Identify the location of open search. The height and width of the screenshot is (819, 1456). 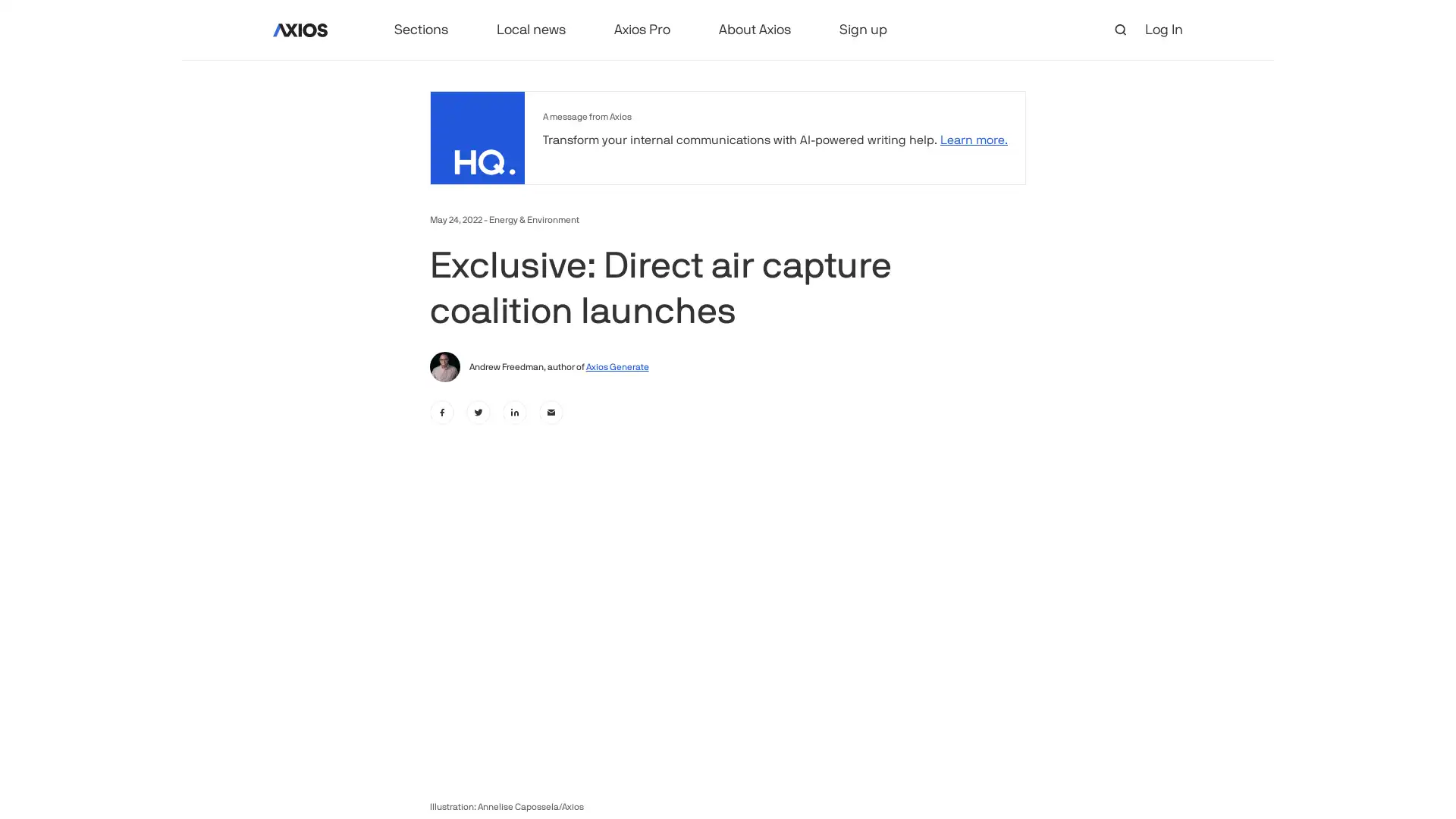
(1121, 30).